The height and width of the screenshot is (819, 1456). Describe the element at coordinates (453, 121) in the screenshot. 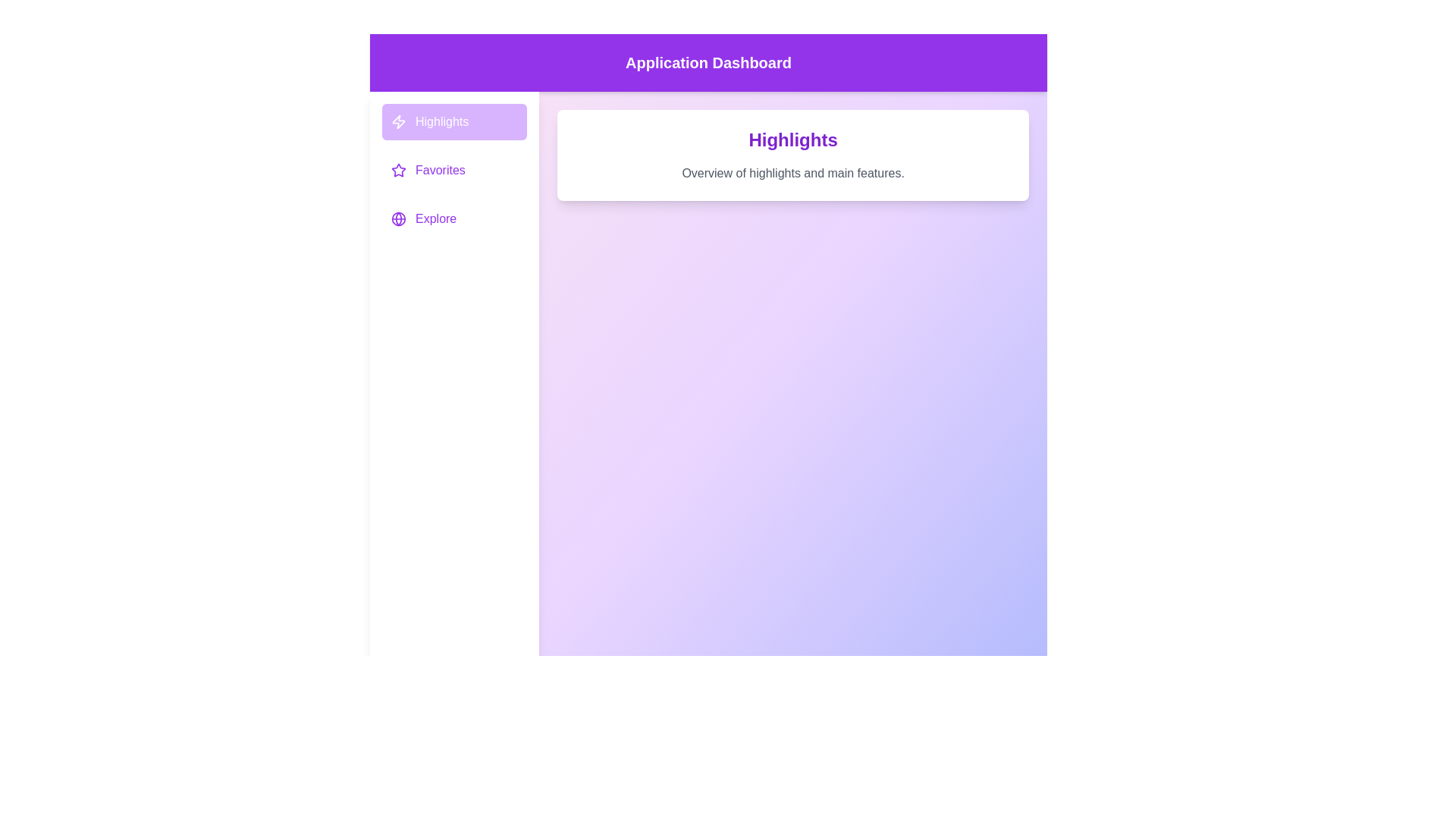

I see `the menu item Highlights to view its corresponding content` at that location.